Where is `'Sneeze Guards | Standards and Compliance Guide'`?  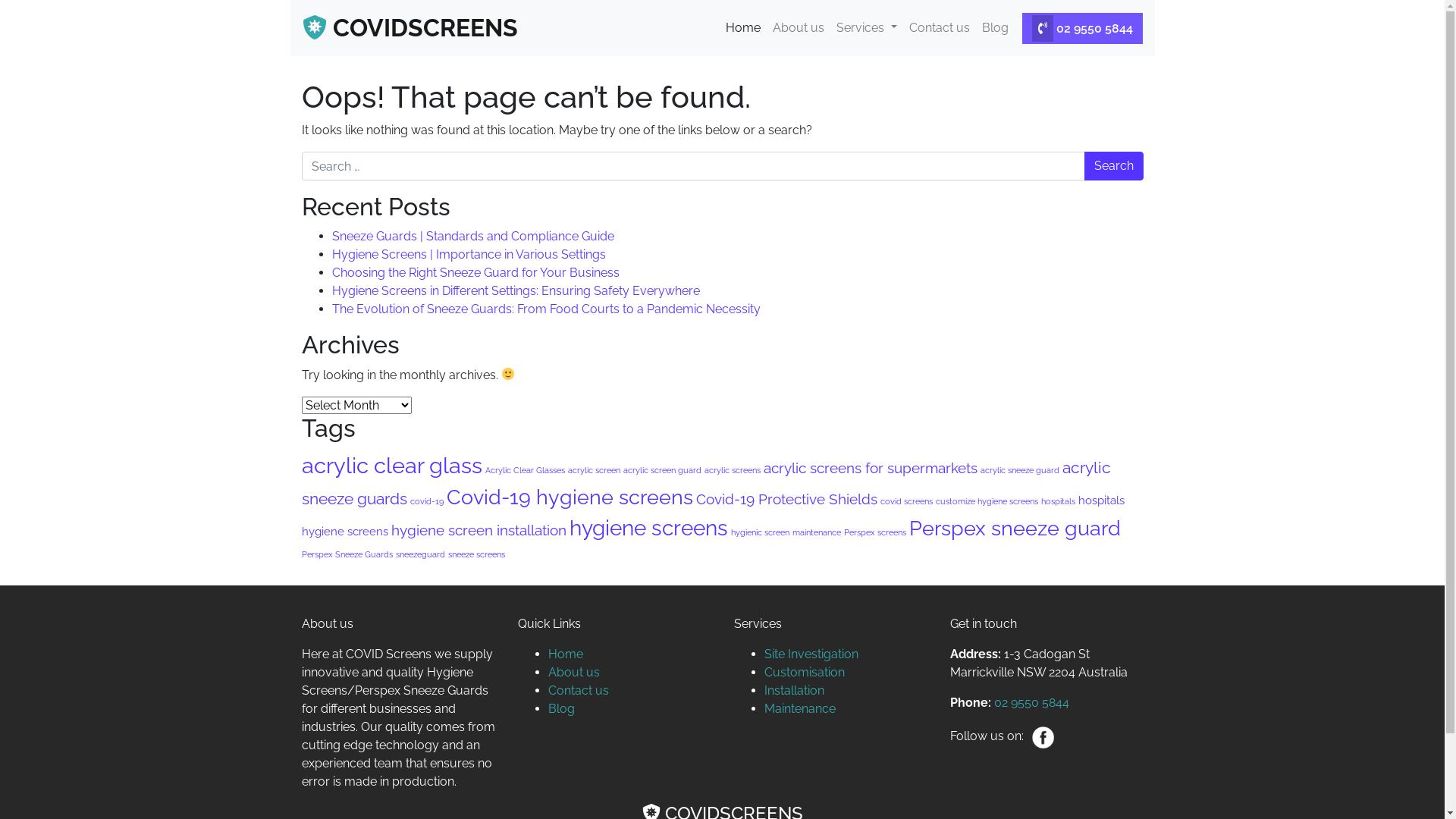
'Sneeze Guards | Standards and Compliance Guide' is located at coordinates (472, 236).